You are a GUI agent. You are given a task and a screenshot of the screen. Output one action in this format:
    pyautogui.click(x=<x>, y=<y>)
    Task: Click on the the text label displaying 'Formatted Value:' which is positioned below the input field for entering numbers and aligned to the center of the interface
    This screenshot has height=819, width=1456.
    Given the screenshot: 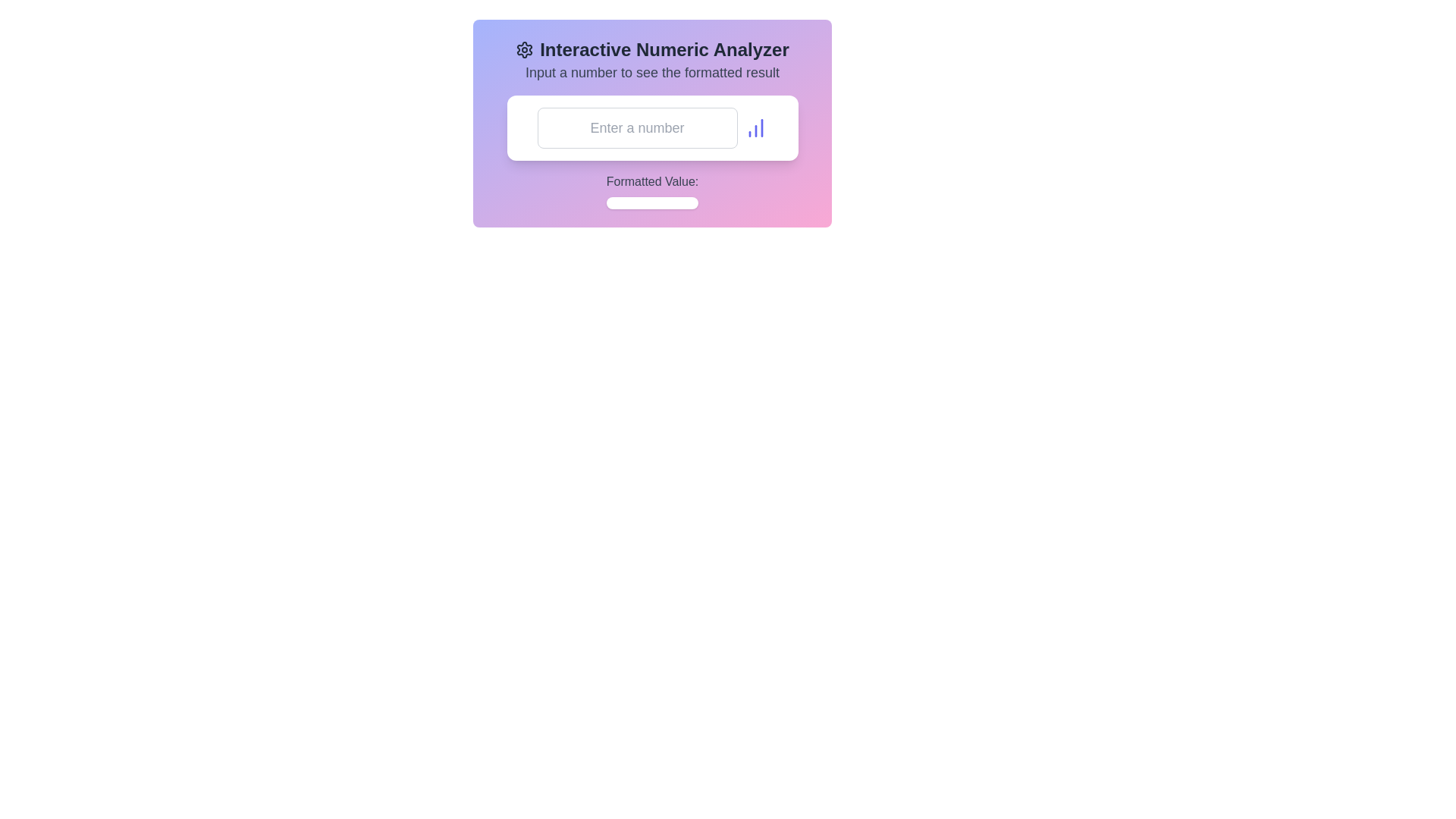 What is the action you would take?
    pyautogui.click(x=652, y=180)
    